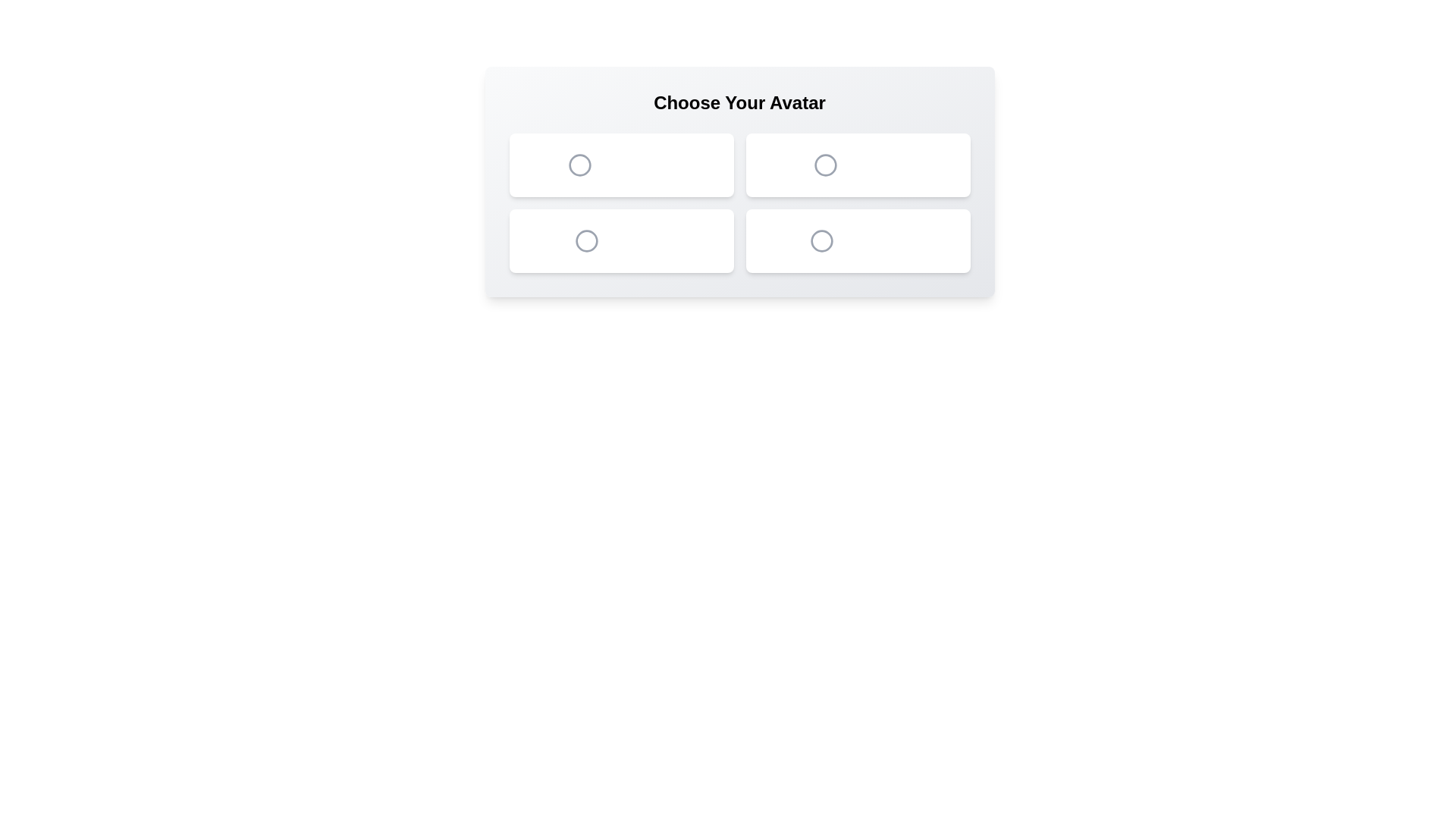 The height and width of the screenshot is (819, 1456). I want to click on the 'Innovator' button located at the bottom-right of the grid layout, so click(858, 240).